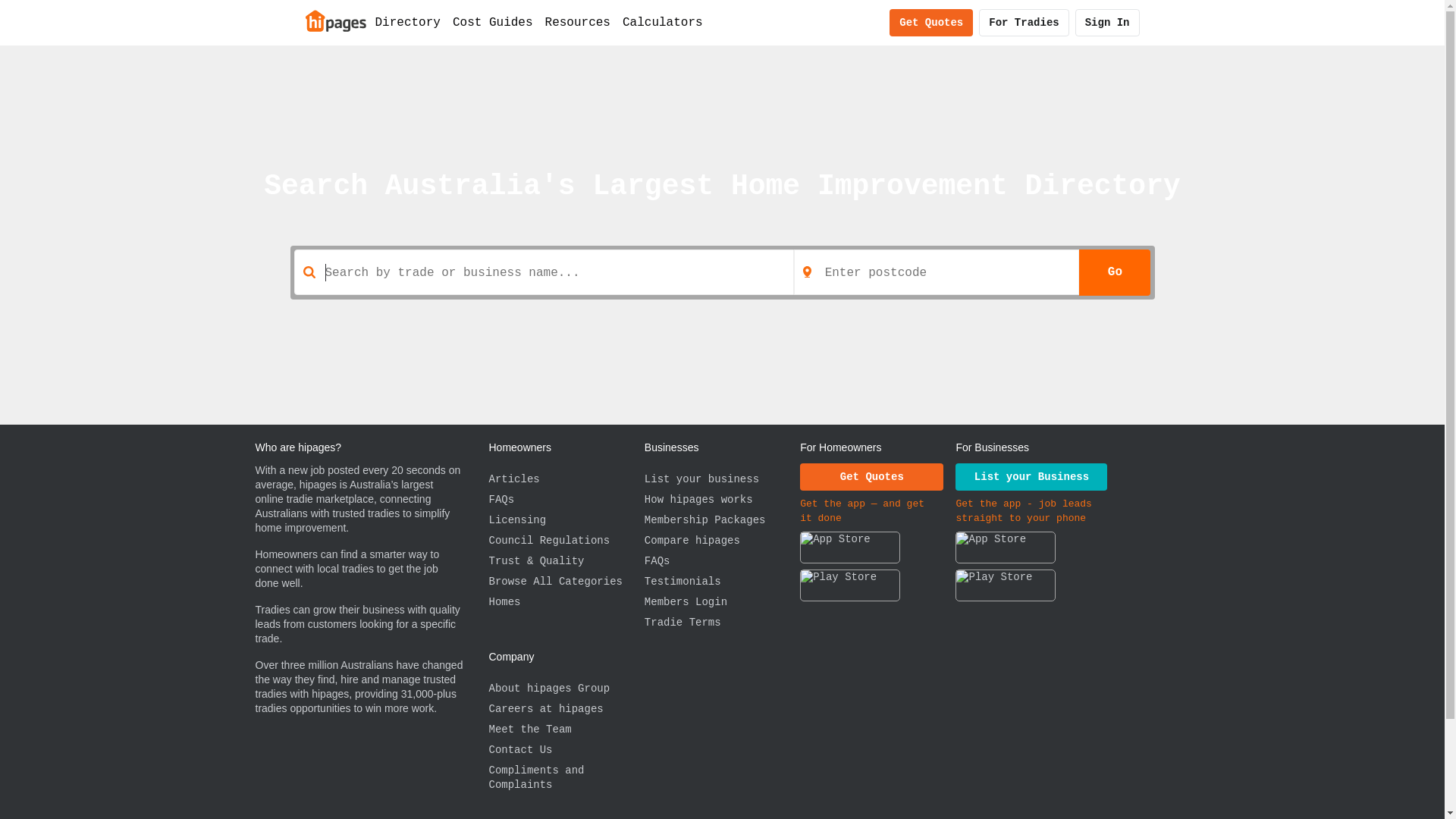 Image resolution: width=1456 pixels, height=819 pixels. I want to click on 'Careers at hipages', so click(565, 709).